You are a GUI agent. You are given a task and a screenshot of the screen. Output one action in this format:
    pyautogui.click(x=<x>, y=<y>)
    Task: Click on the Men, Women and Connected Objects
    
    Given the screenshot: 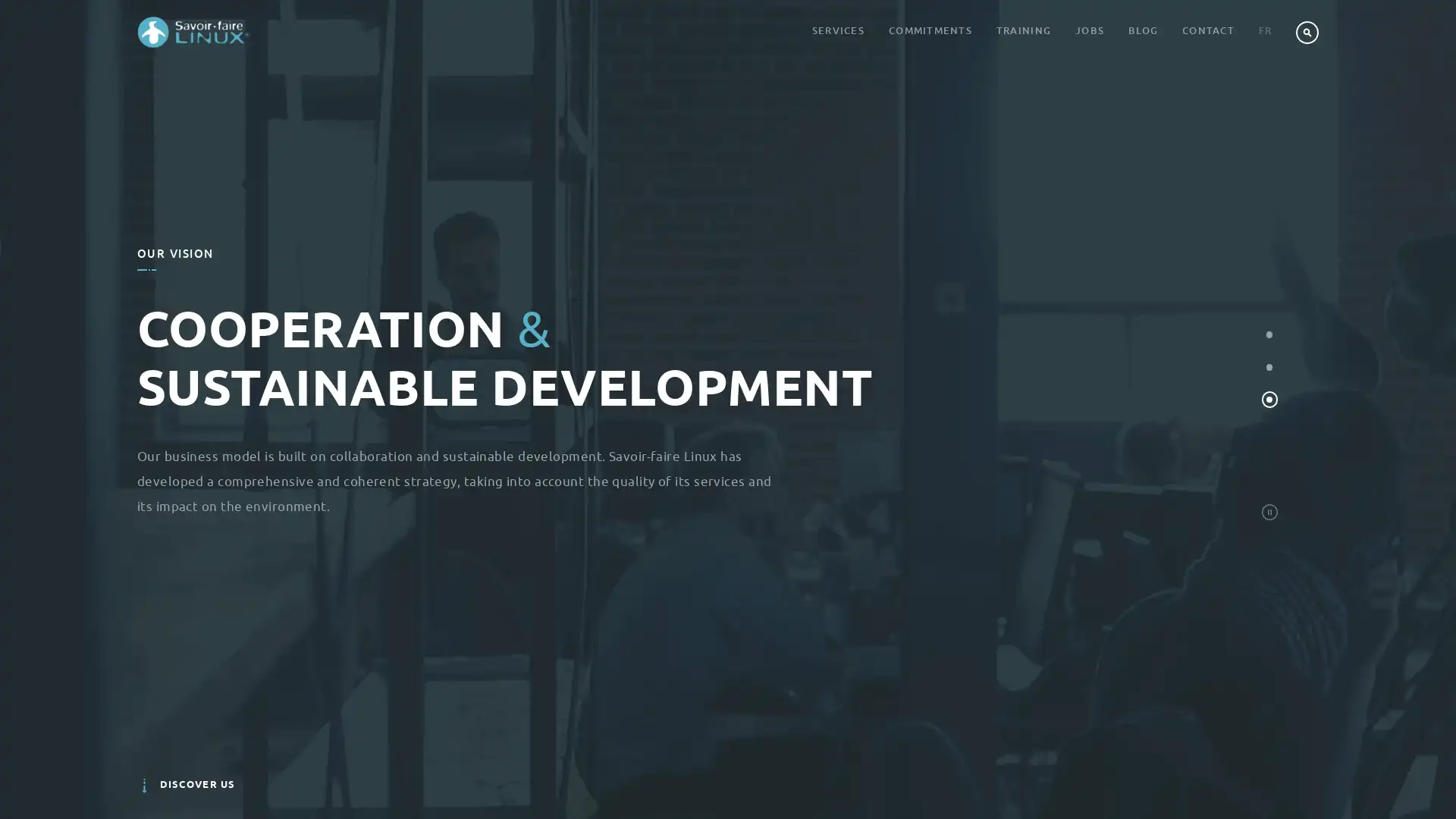 What is the action you would take?
    pyautogui.click(x=1269, y=366)
    